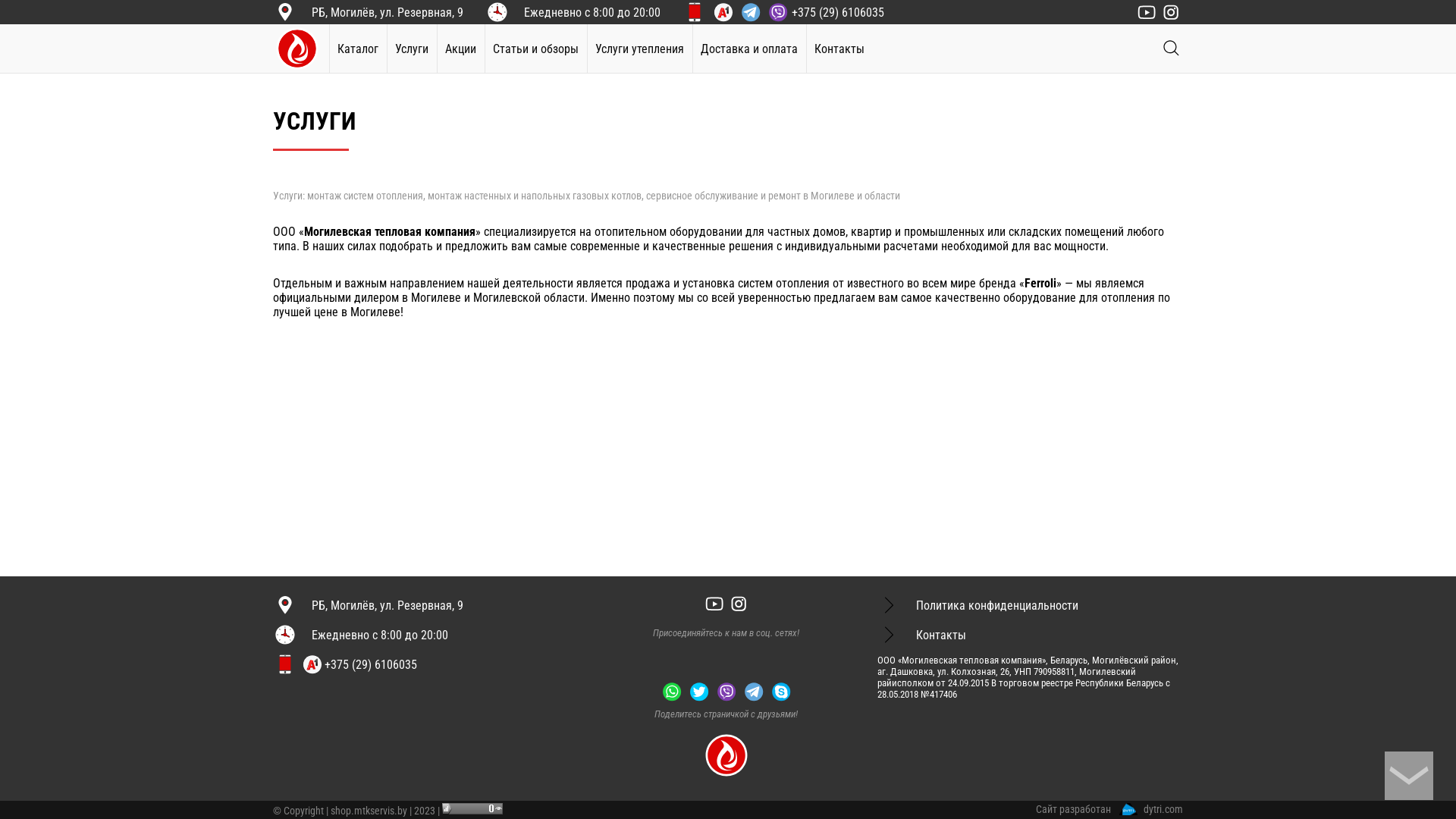  Describe the element at coordinates (671, 691) in the screenshot. I see `'WhatsApp'` at that location.